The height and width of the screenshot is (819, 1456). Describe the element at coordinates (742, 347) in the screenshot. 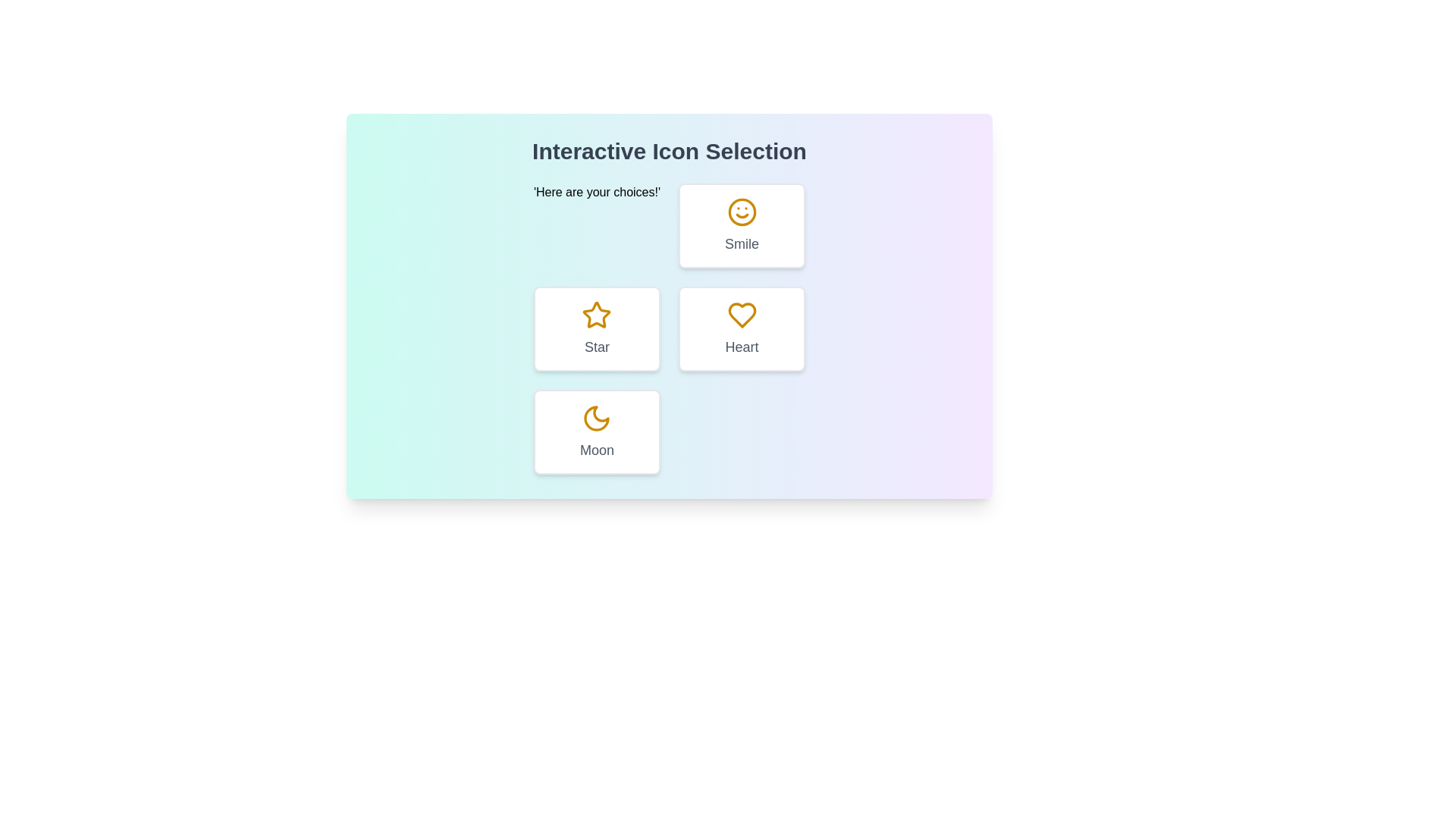

I see `the text label that provides a description corresponding to the heart icon above, located within a bordered and rounded rectangular card in the second column of the second row of the main layout grid` at that location.